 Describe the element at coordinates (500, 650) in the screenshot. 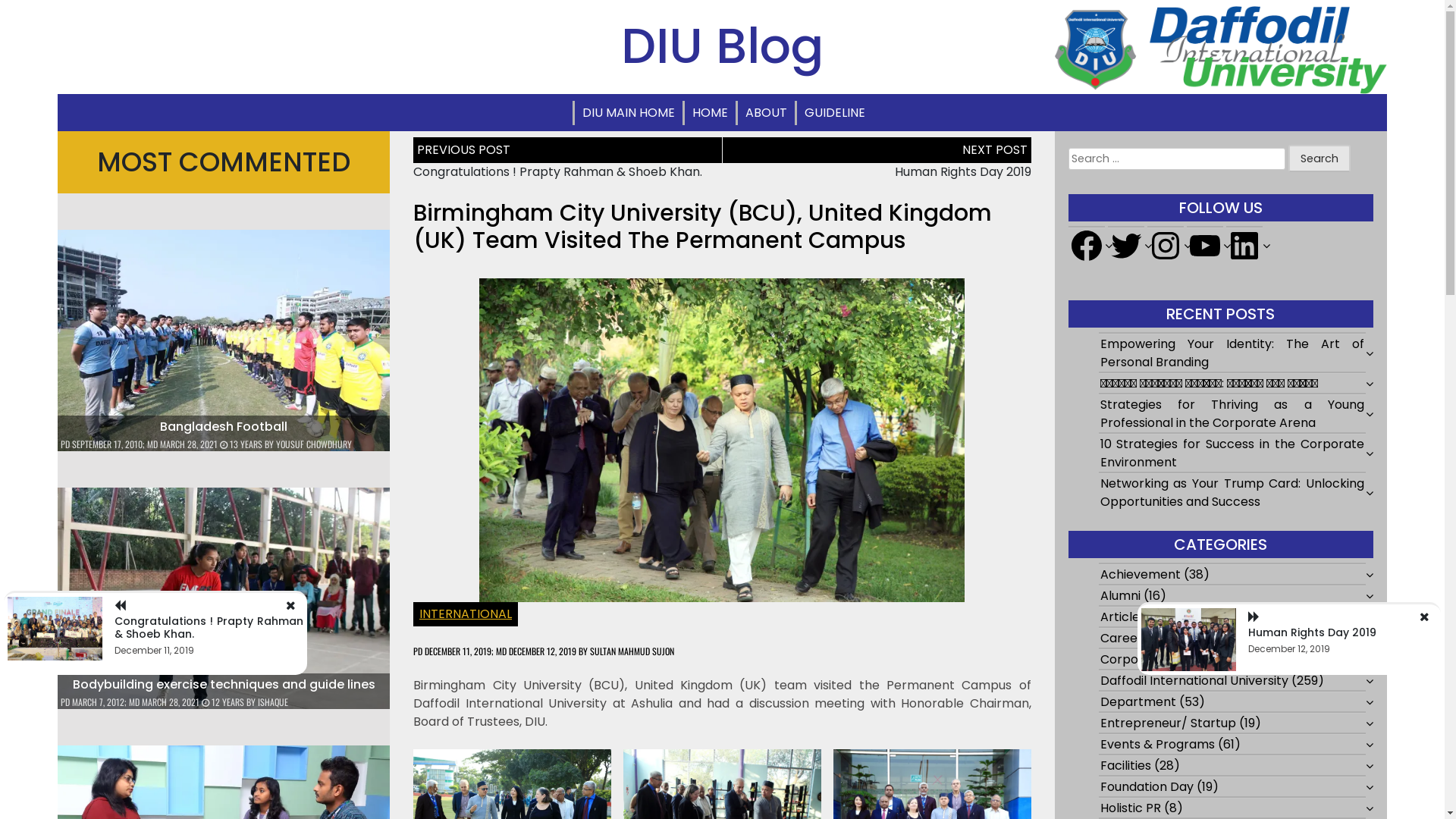

I see `'DECEMBER 11, 2019; MD DECEMBER 12, 2019'` at that location.